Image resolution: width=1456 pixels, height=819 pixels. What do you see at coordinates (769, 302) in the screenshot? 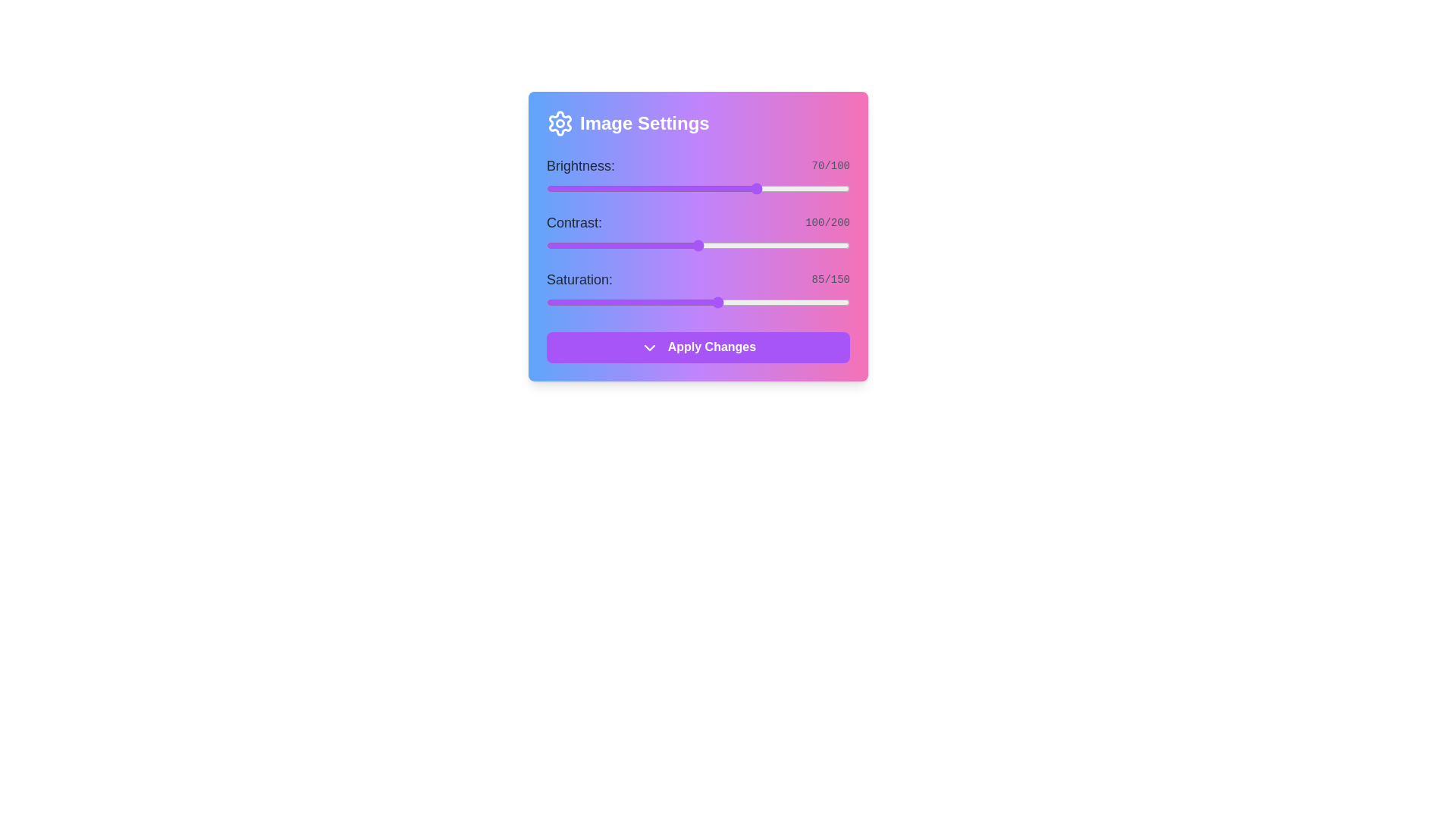
I see `the saturation slider to 110 level` at bounding box center [769, 302].